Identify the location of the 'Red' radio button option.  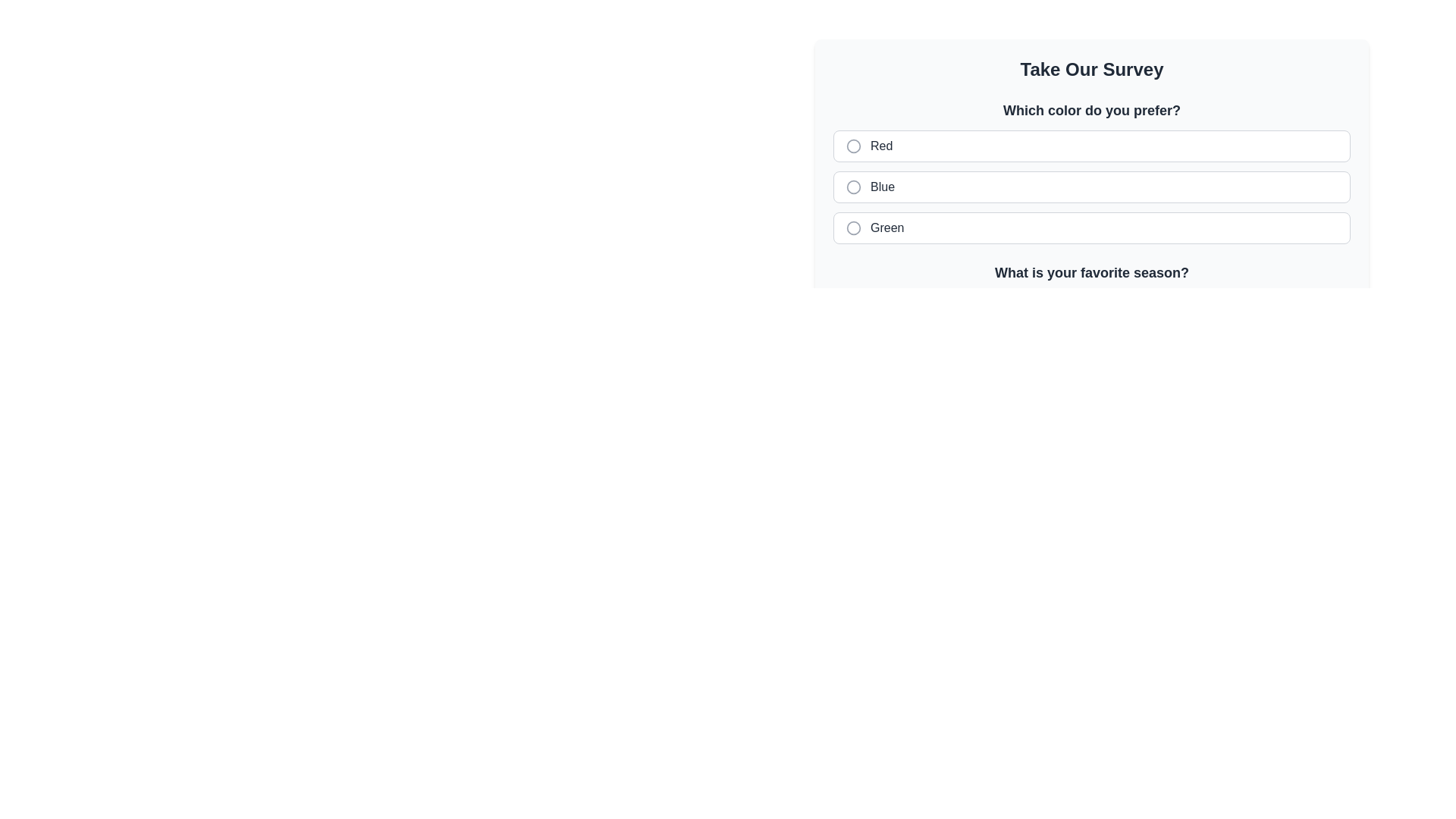
(1092, 146).